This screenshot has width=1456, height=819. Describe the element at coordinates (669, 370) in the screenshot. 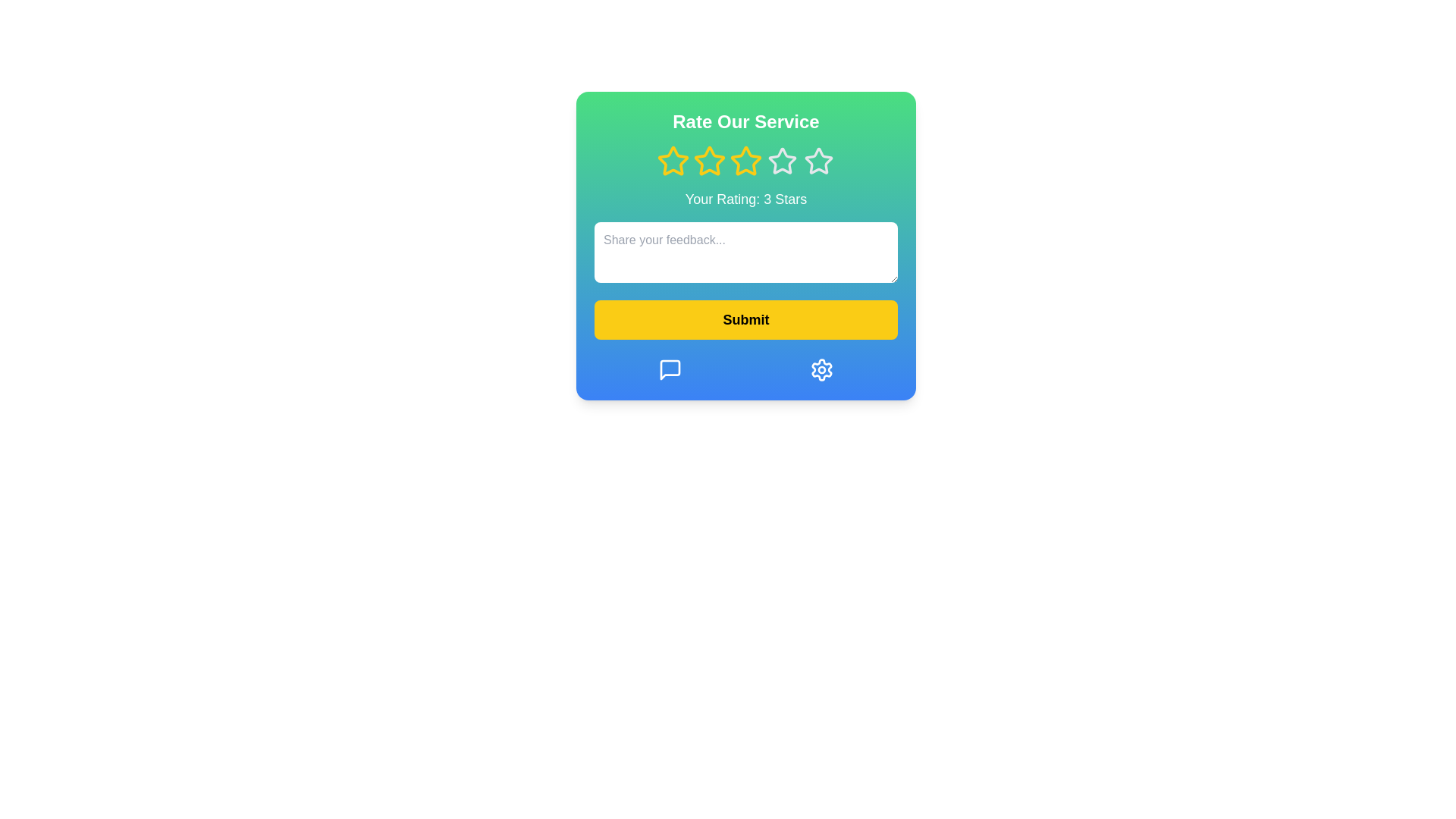

I see `the feedback or comments button located in the bottom-left corner of the card, positioned to the left of the gear icon` at that location.